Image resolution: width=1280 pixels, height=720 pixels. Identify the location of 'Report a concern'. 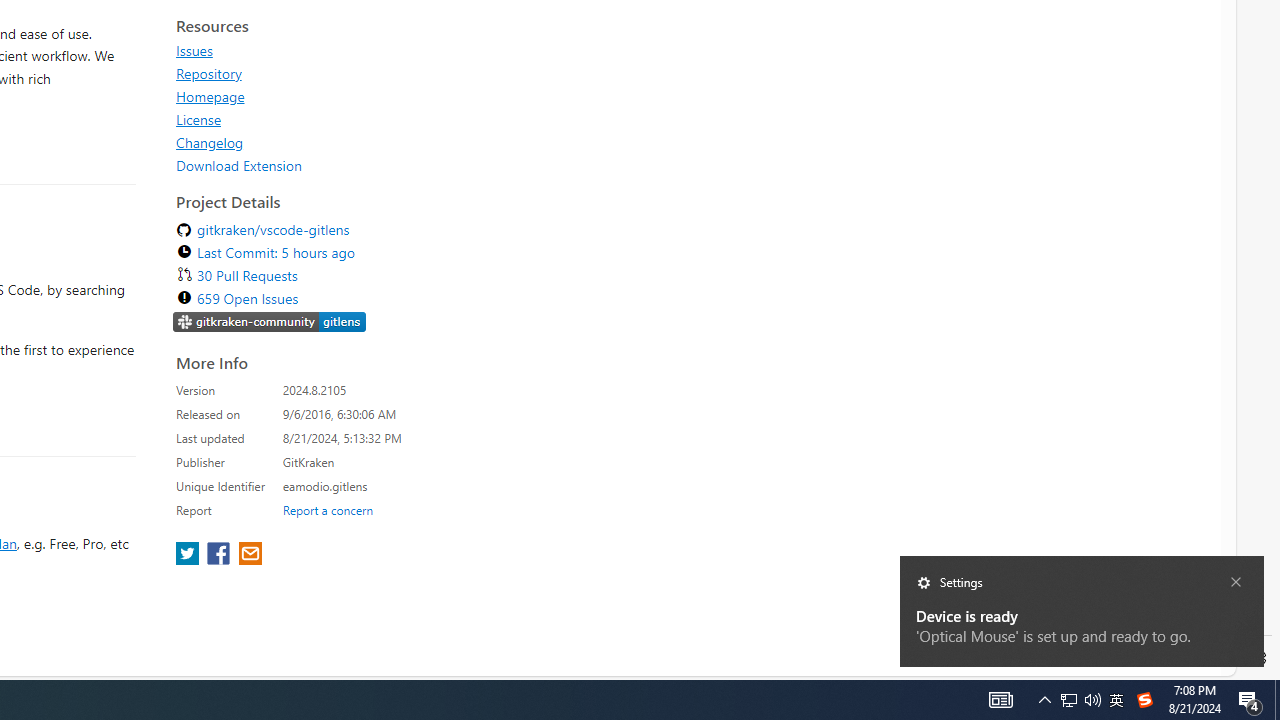
(327, 508).